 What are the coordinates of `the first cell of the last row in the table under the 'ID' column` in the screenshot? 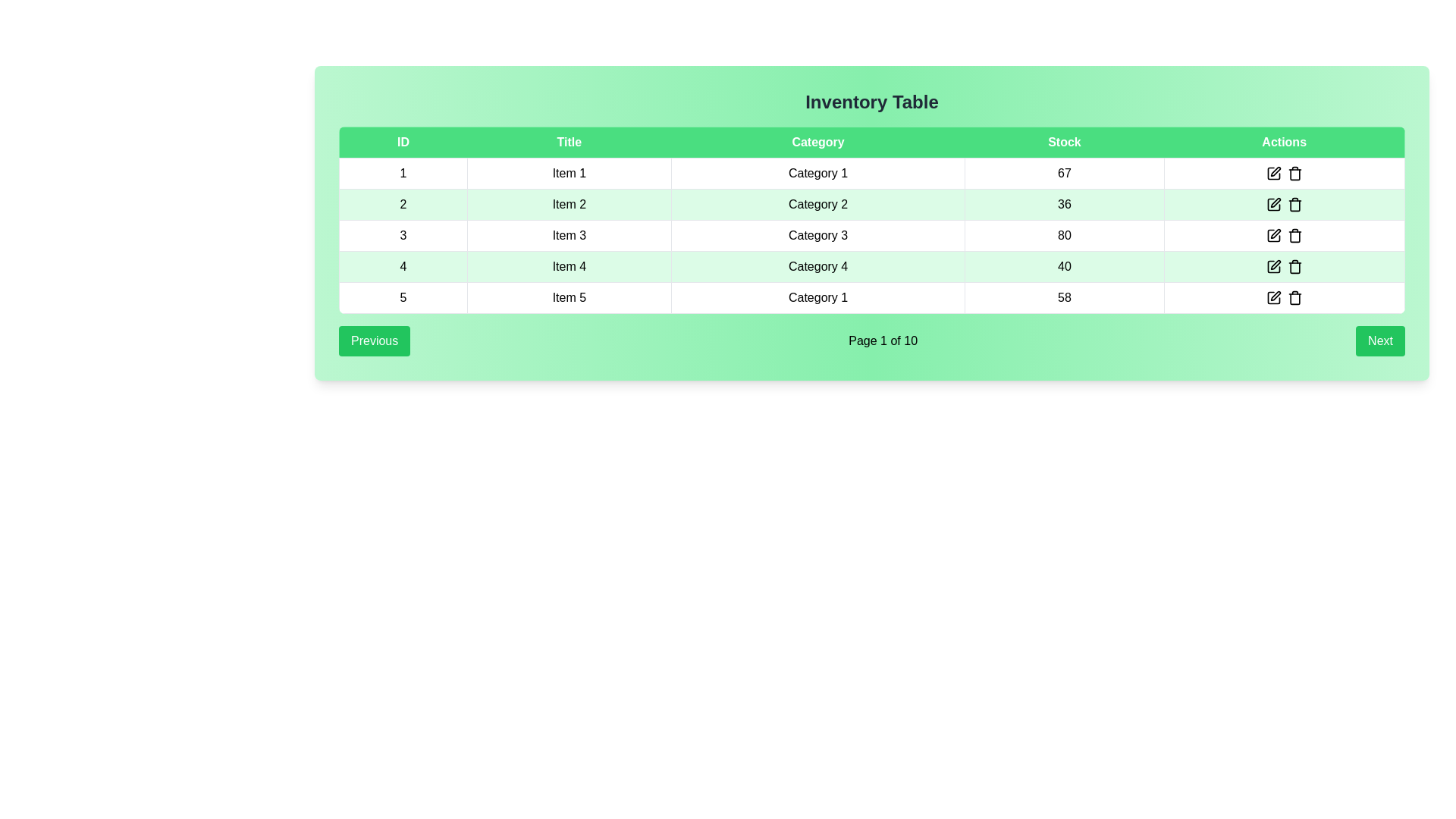 It's located at (403, 298).